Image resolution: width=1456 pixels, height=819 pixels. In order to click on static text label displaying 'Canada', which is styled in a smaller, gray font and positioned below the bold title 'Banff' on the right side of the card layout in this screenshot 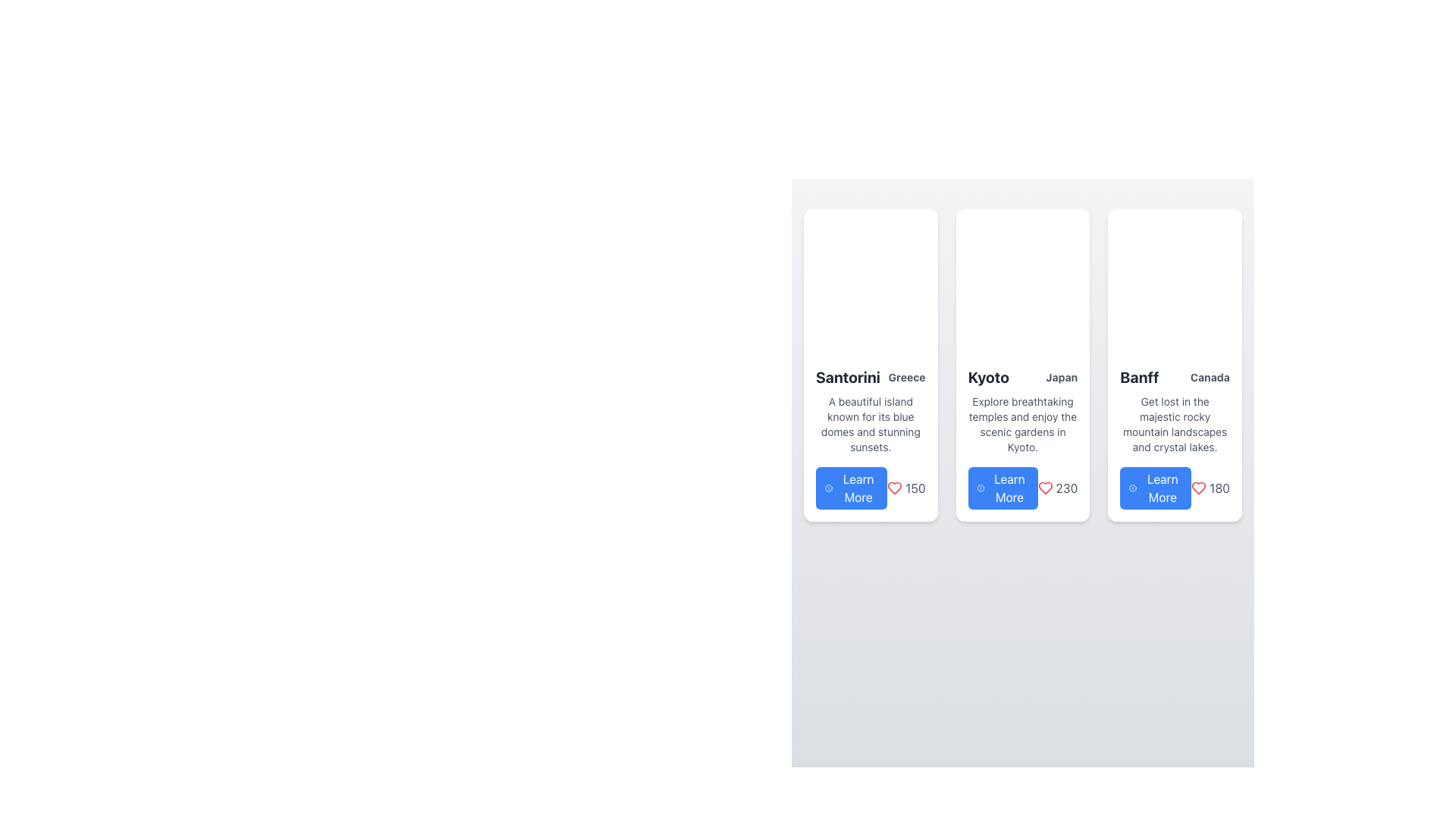, I will do `click(1209, 376)`.